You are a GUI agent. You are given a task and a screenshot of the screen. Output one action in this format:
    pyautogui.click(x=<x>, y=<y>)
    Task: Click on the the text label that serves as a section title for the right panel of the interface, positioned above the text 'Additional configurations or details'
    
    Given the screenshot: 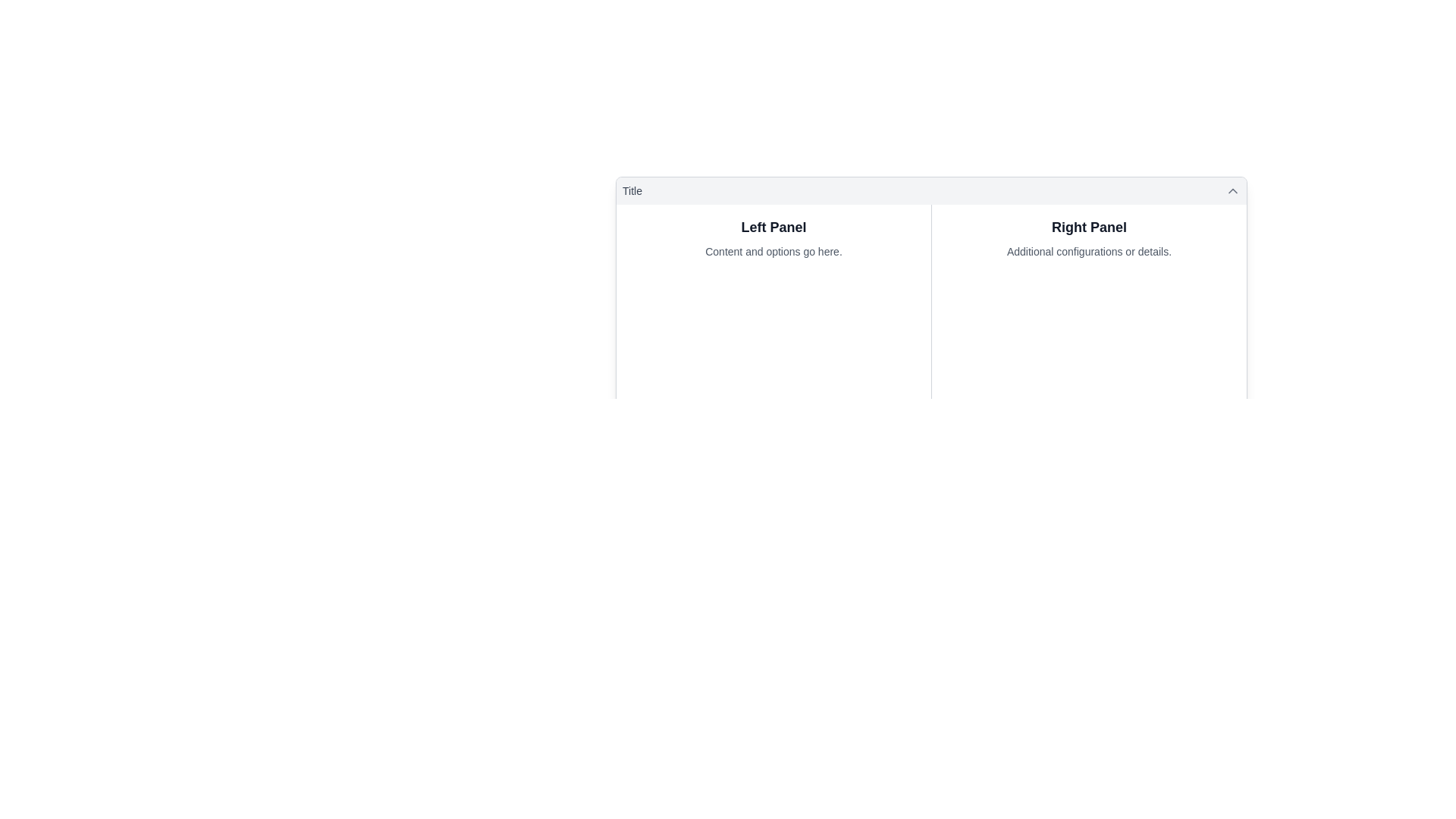 What is the action you would take?
    pyautogui.click(x=1088, y=227)
    